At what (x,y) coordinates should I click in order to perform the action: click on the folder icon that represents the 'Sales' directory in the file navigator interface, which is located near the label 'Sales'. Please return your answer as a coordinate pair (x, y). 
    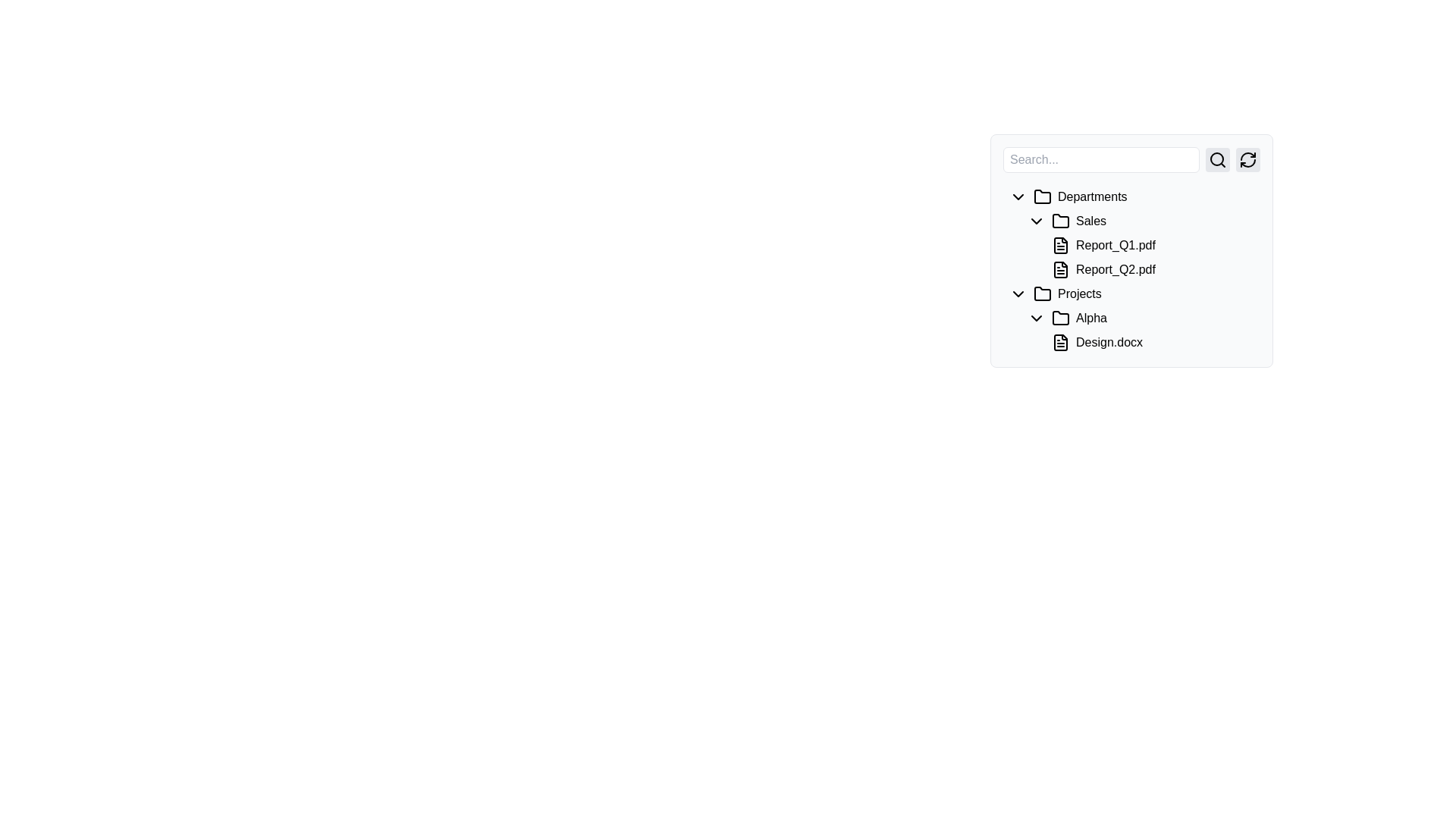
    Looking at the image, I should click on (1062, 221).